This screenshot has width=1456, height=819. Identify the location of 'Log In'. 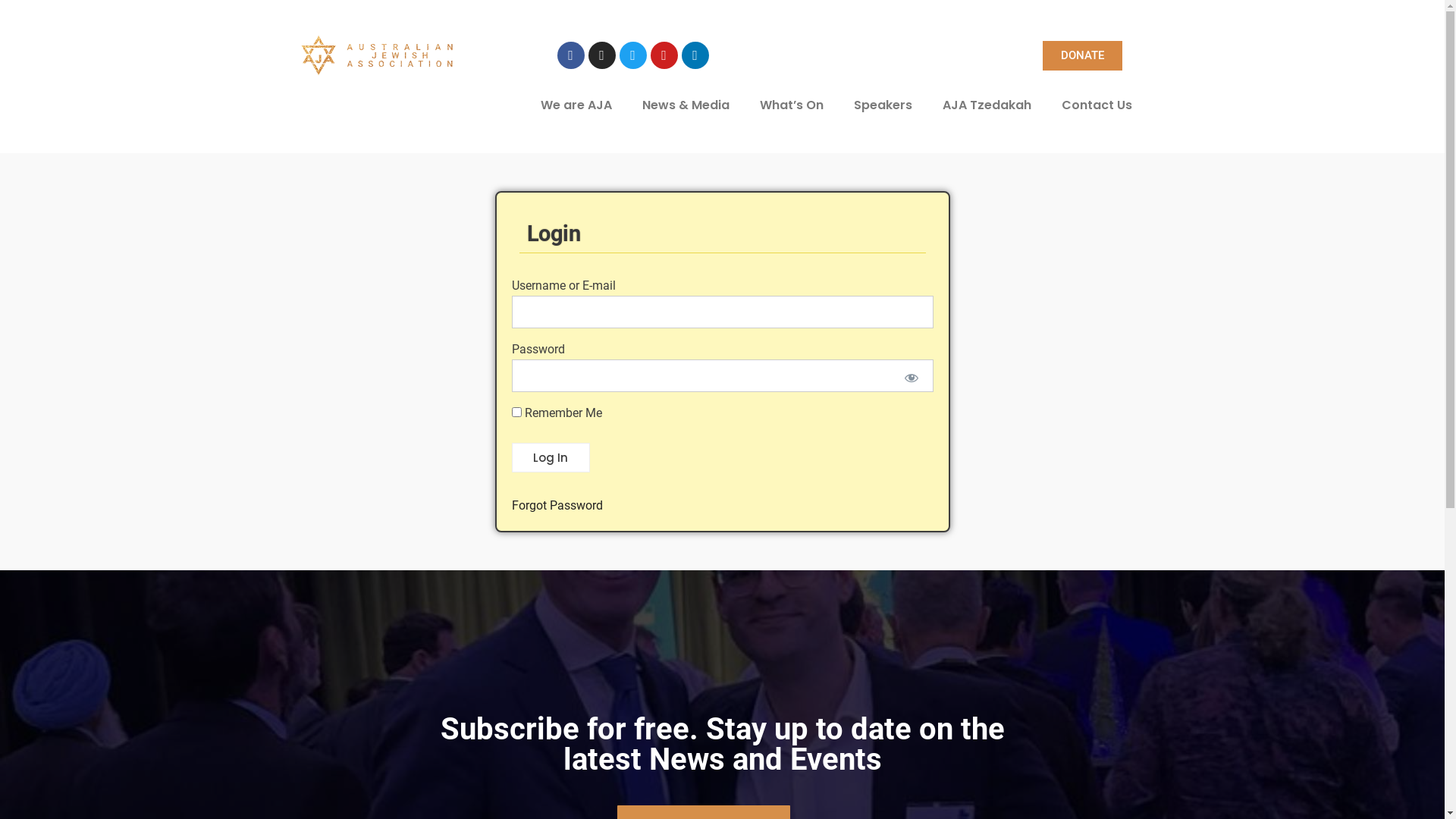
(549, 457).